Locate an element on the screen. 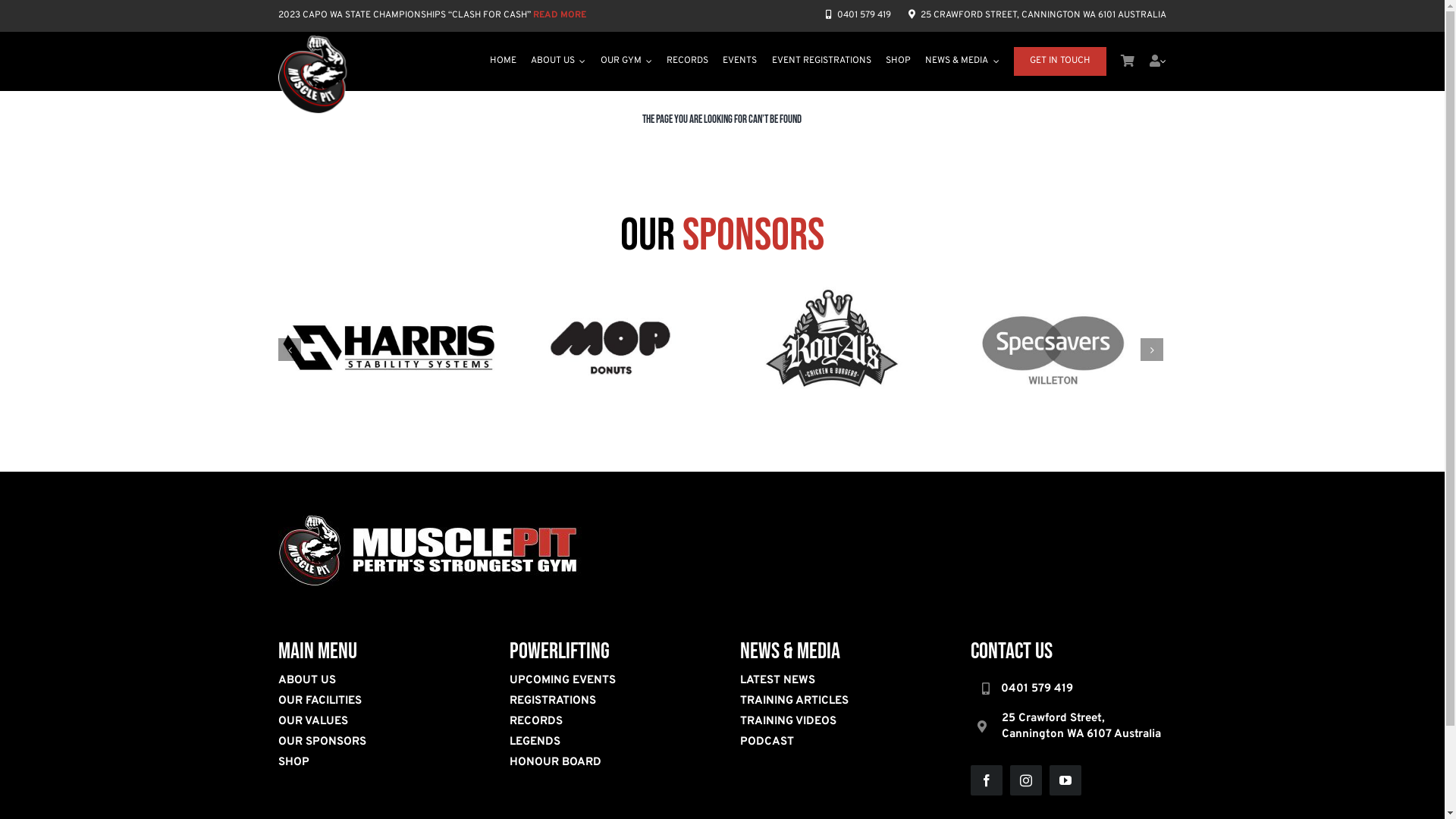  'LATEST NEWS' is located at coordinates (836, 679).